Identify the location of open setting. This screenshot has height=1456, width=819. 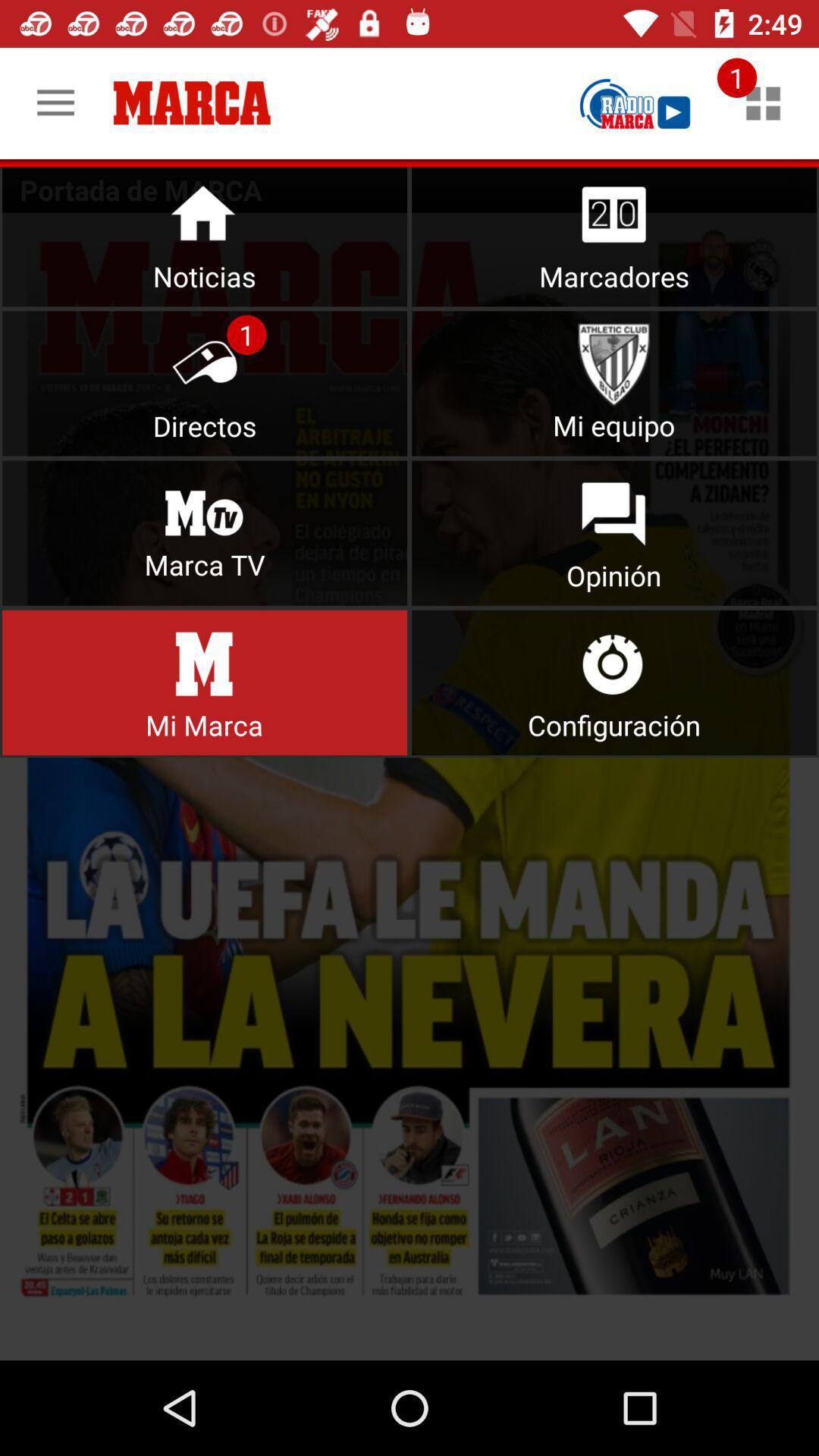
(614, 682).